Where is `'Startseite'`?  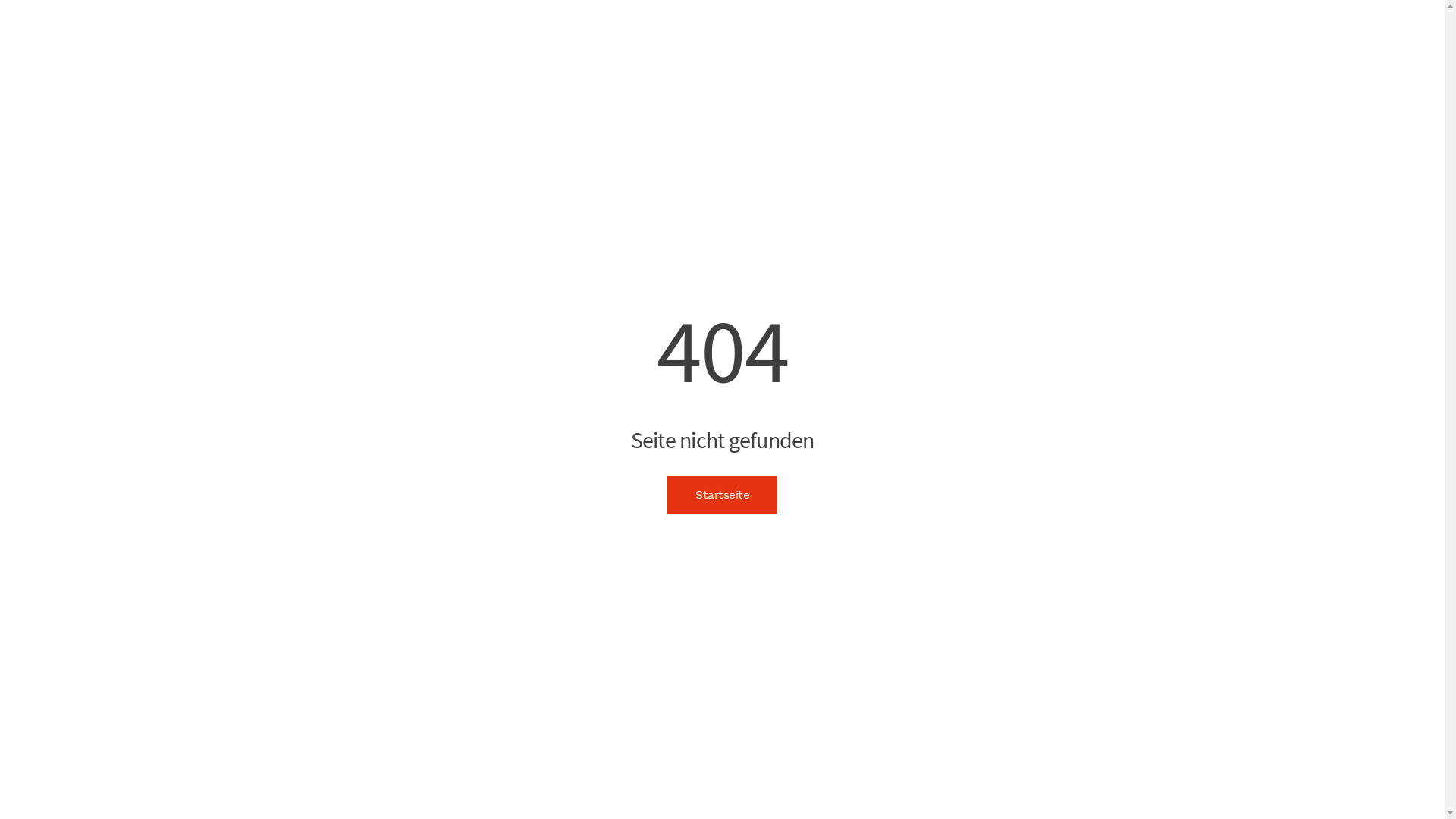
'Startseite' is located at coordinates (667, 494).